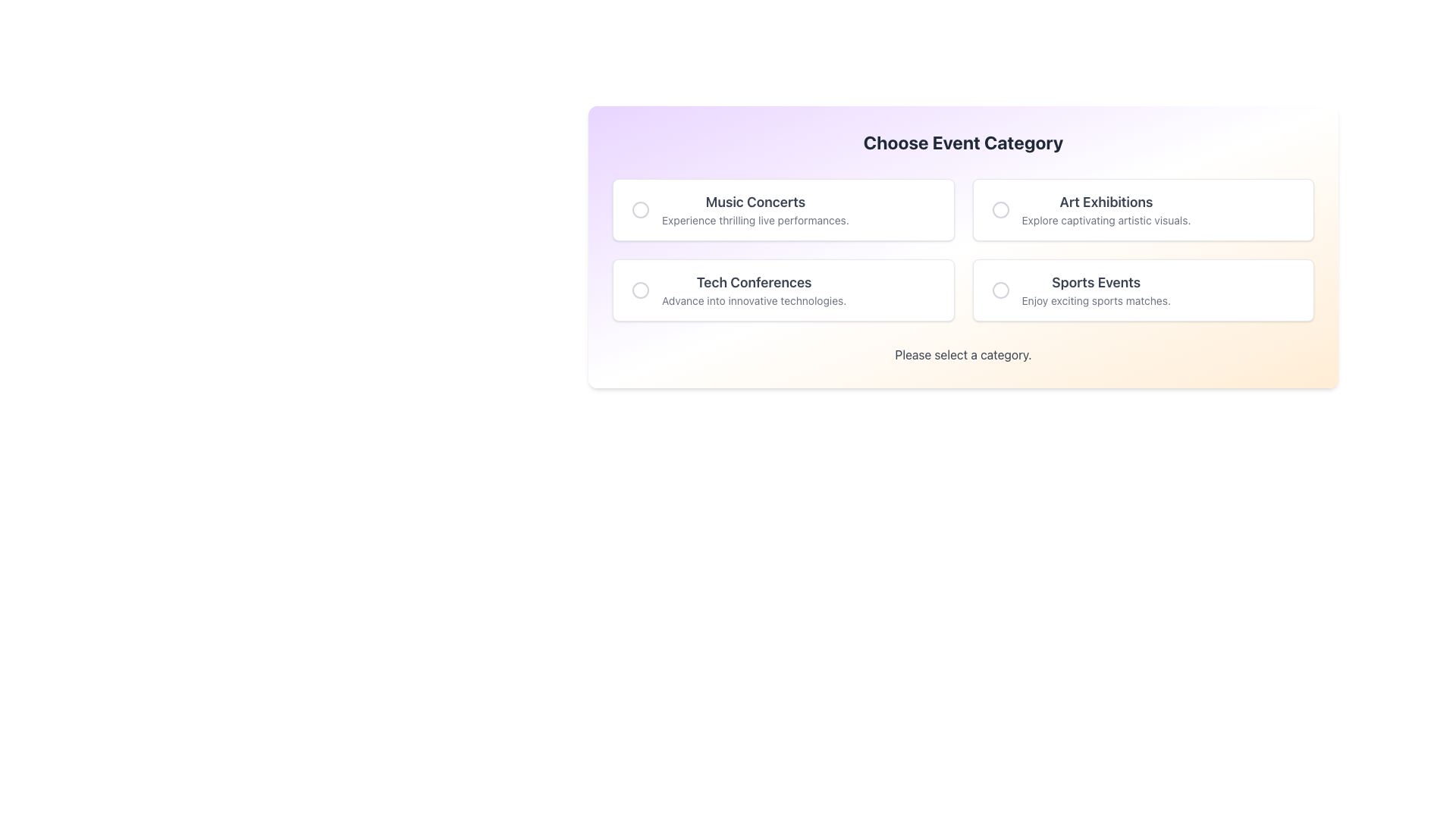  Describe the element at coordinates (640, 290) in the screenshot. I see `the circular radio button indicator with a thin gray border for the 'Tech Conferences' selection in the vertical list of categories` at that location.